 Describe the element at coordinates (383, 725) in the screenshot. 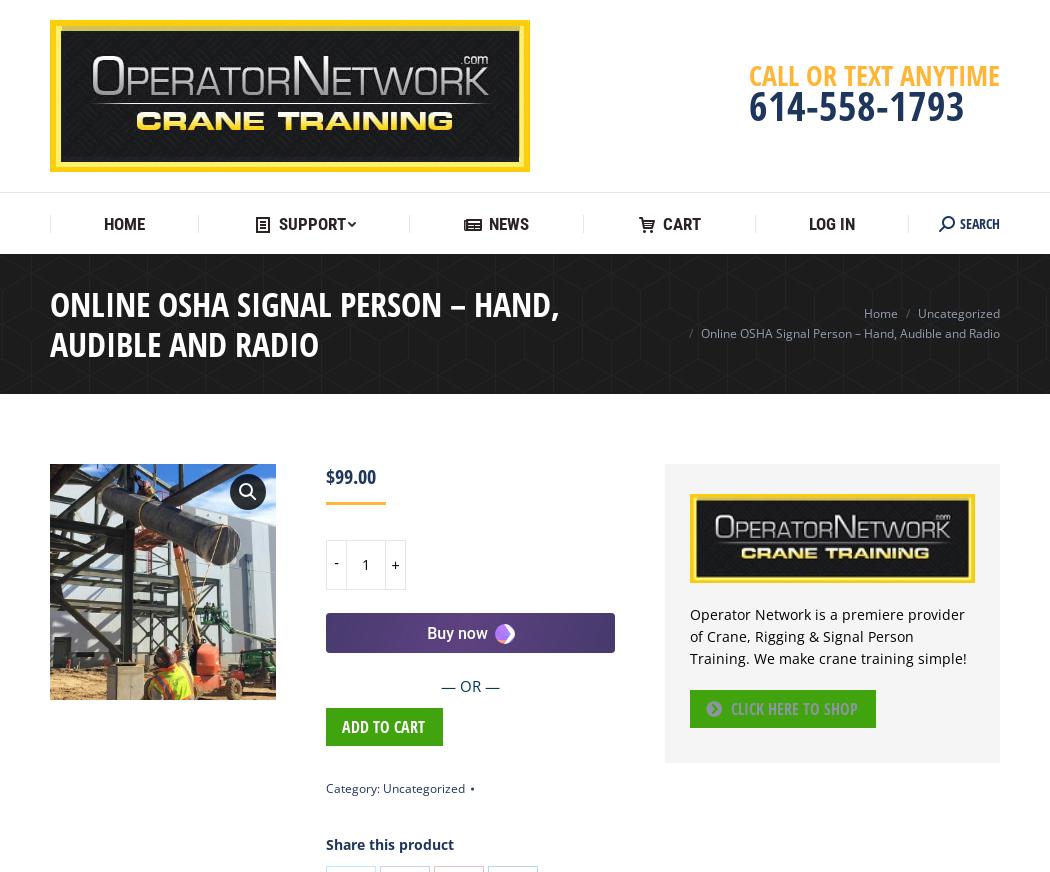

I see `'Add to cart'` at that location.